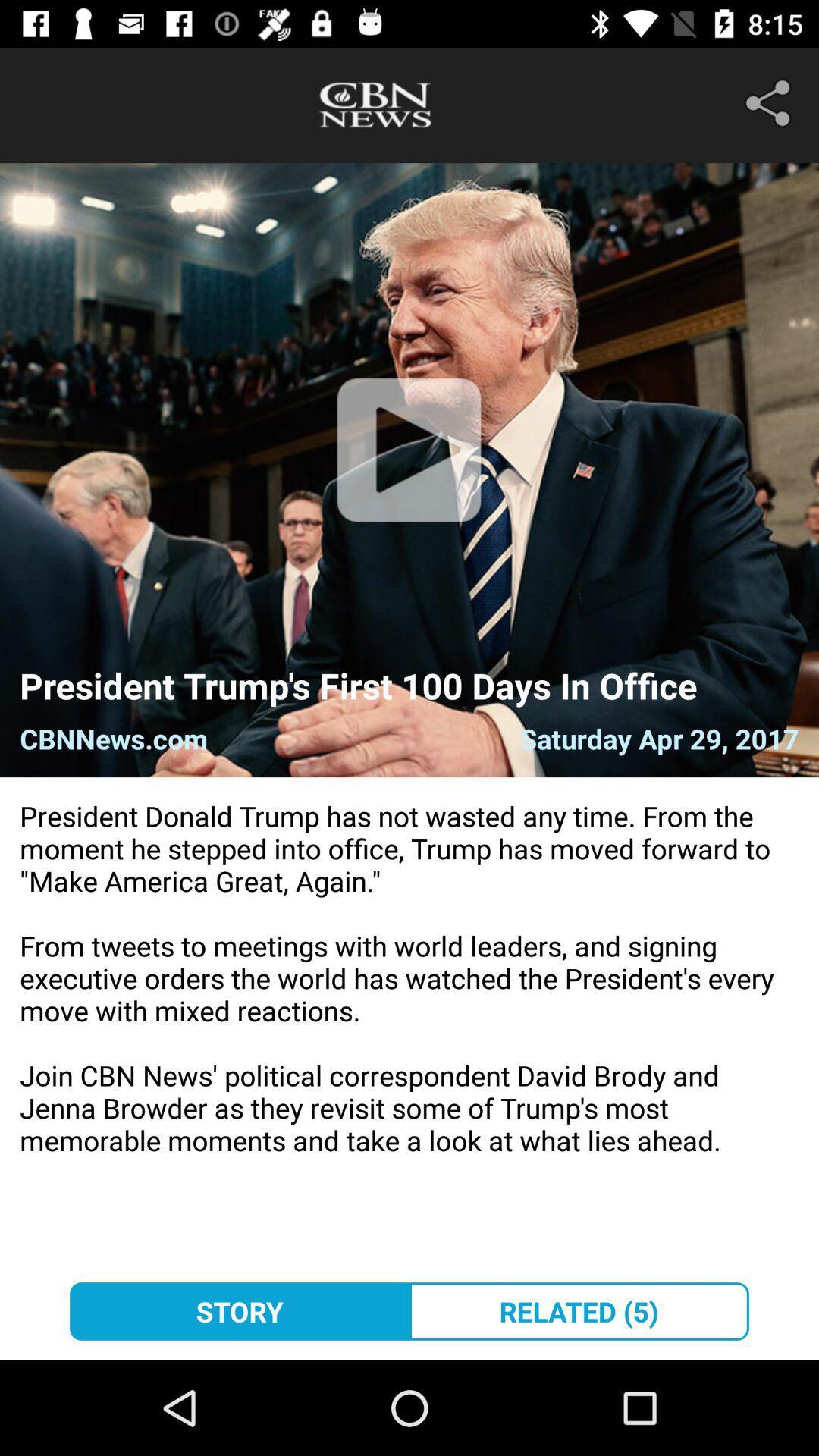  I want to click on the icon next to story icon, so click(579, 1310).